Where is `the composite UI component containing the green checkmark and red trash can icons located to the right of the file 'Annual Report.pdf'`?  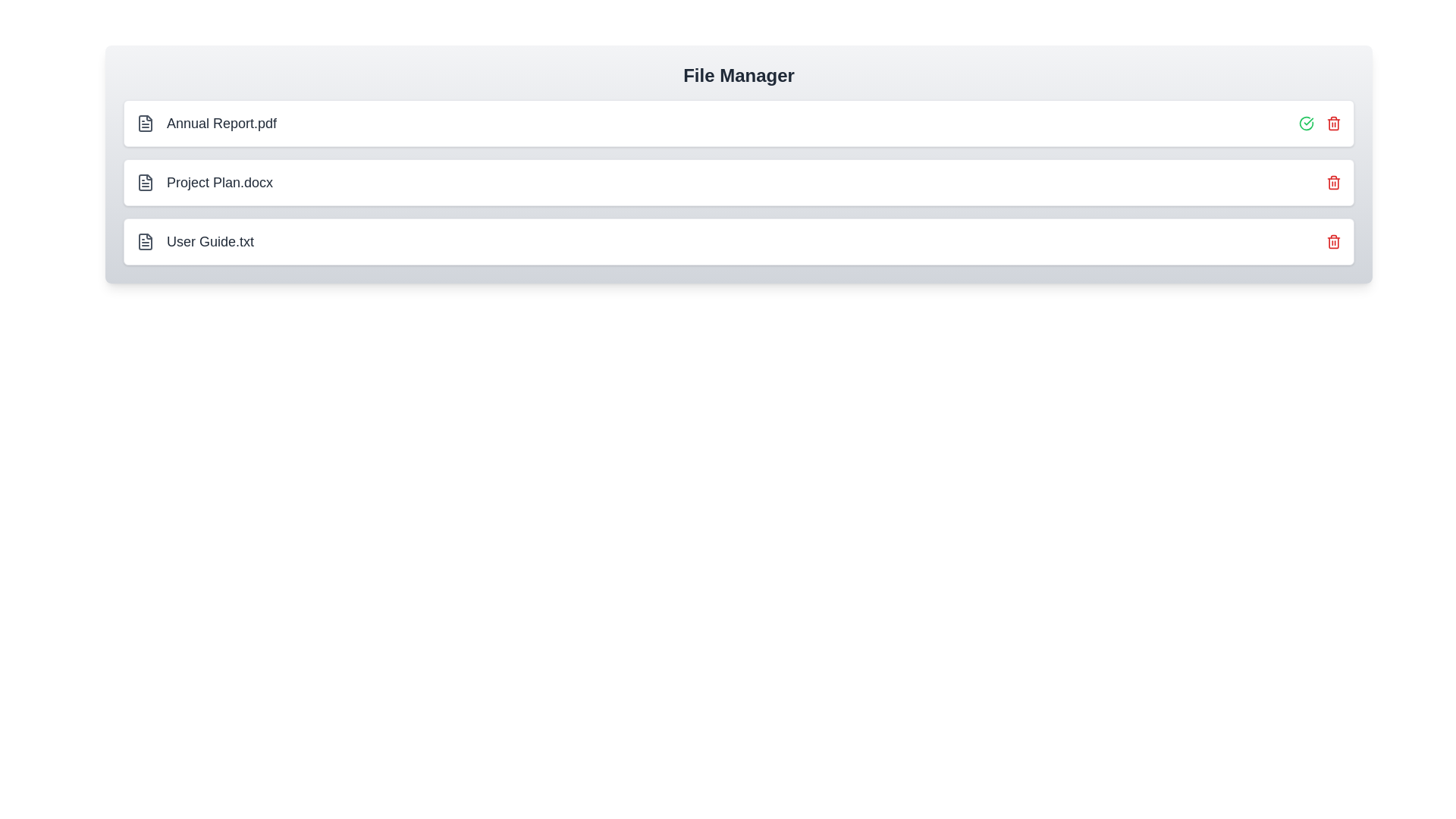
the composite UI component containing the green checkmark and red trash can icons located to the right of the file 'Annual Report.pdf' is located at coordinates (1319, 122).